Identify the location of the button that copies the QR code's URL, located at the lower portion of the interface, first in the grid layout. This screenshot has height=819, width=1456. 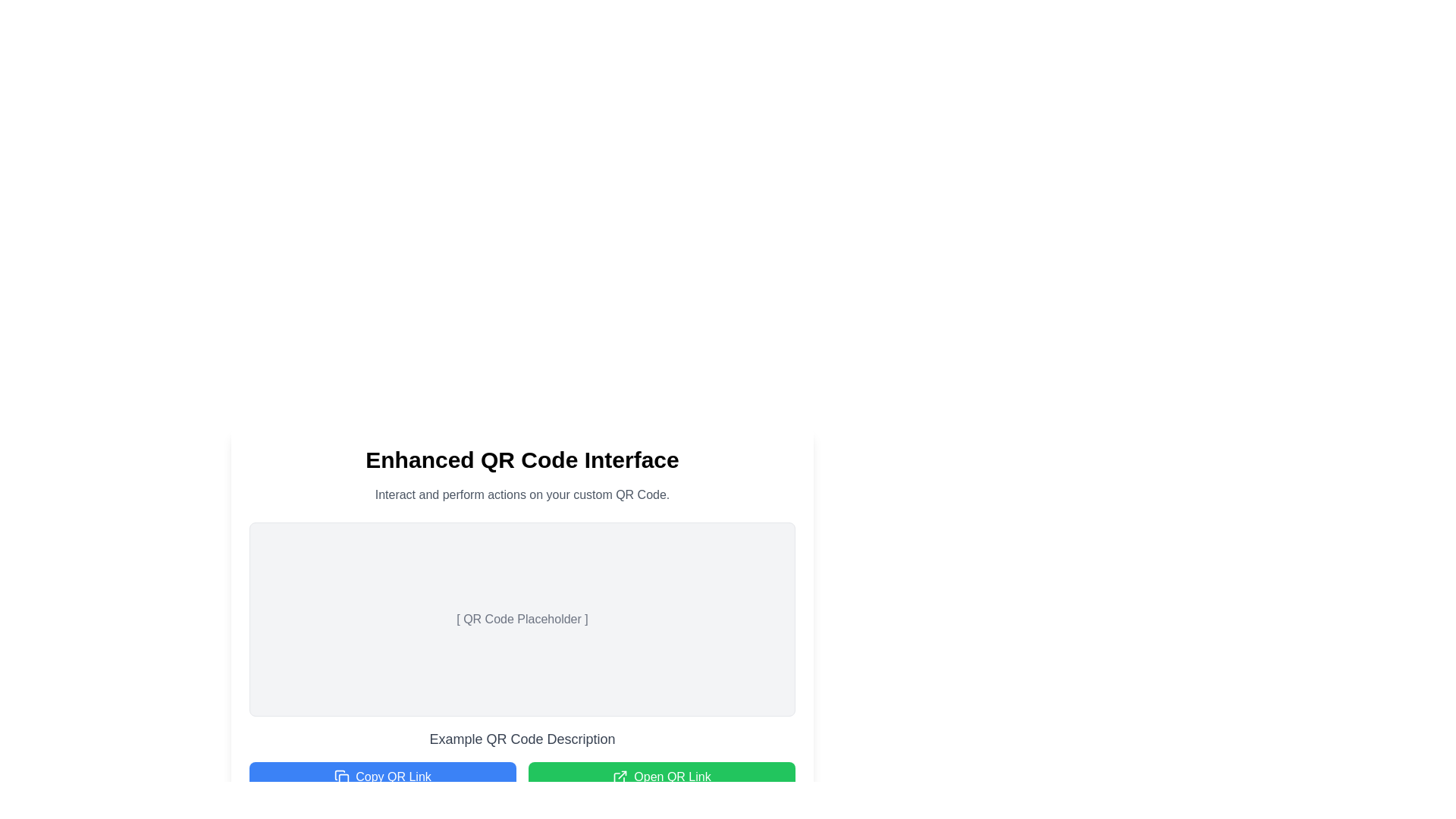
(382, 777).